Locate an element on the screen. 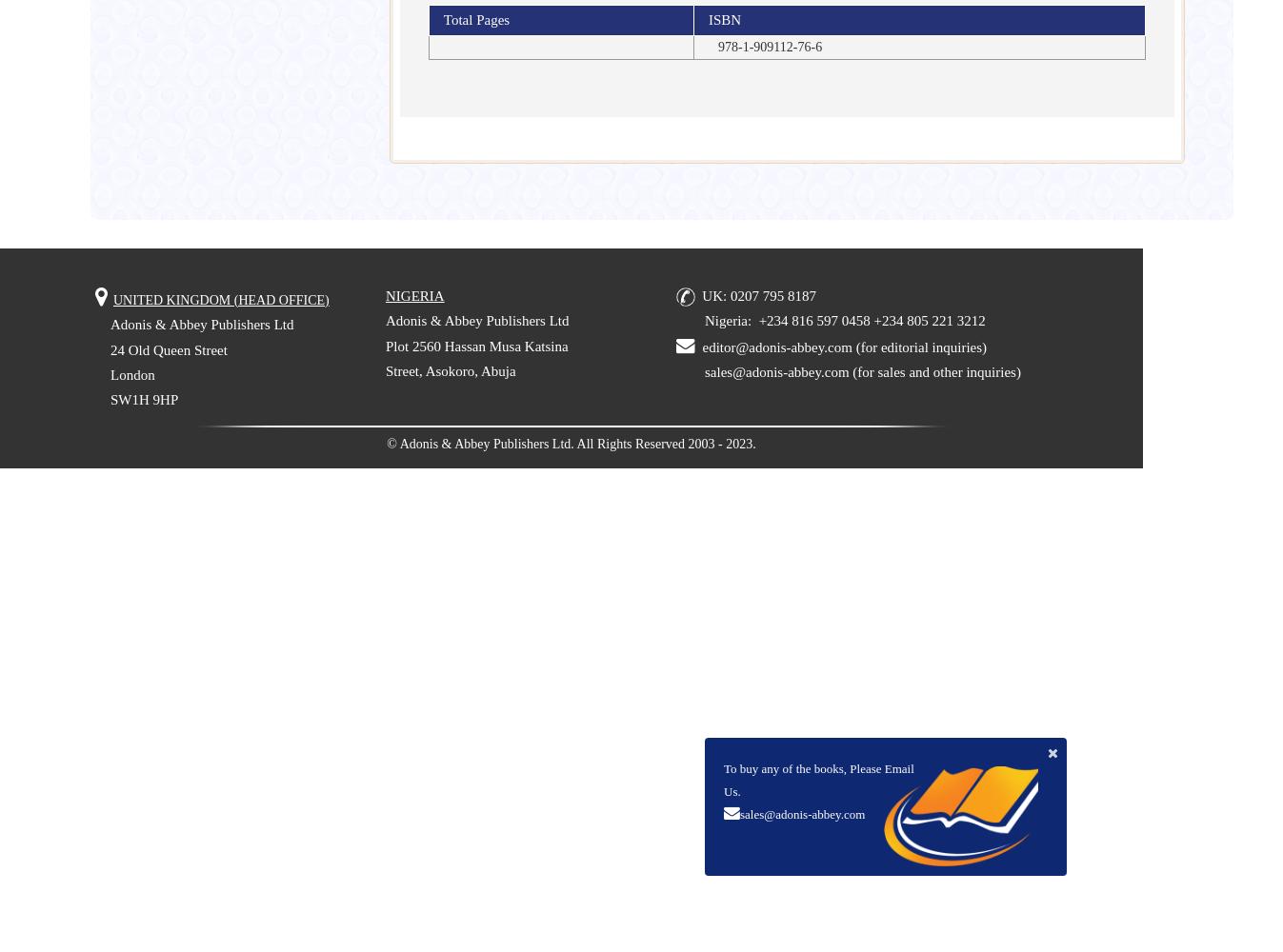  'London' is located at coordinates (131, 374).